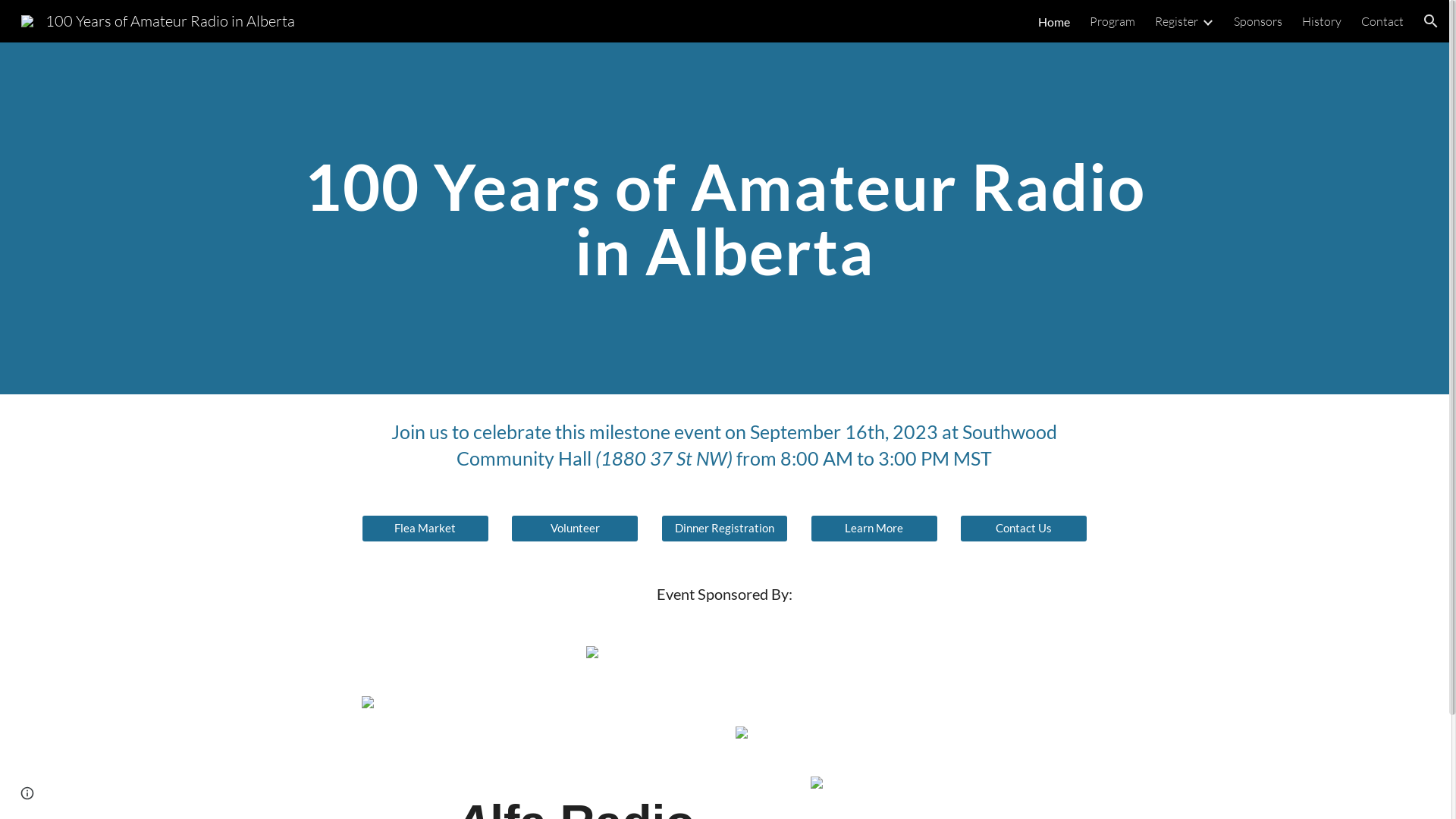 The width and height of the screenshot is (1456, 819). What do you see at coordinates (874, 528) in the screenshot?
I see `'Learn More'` at bounding box center [874, 528].